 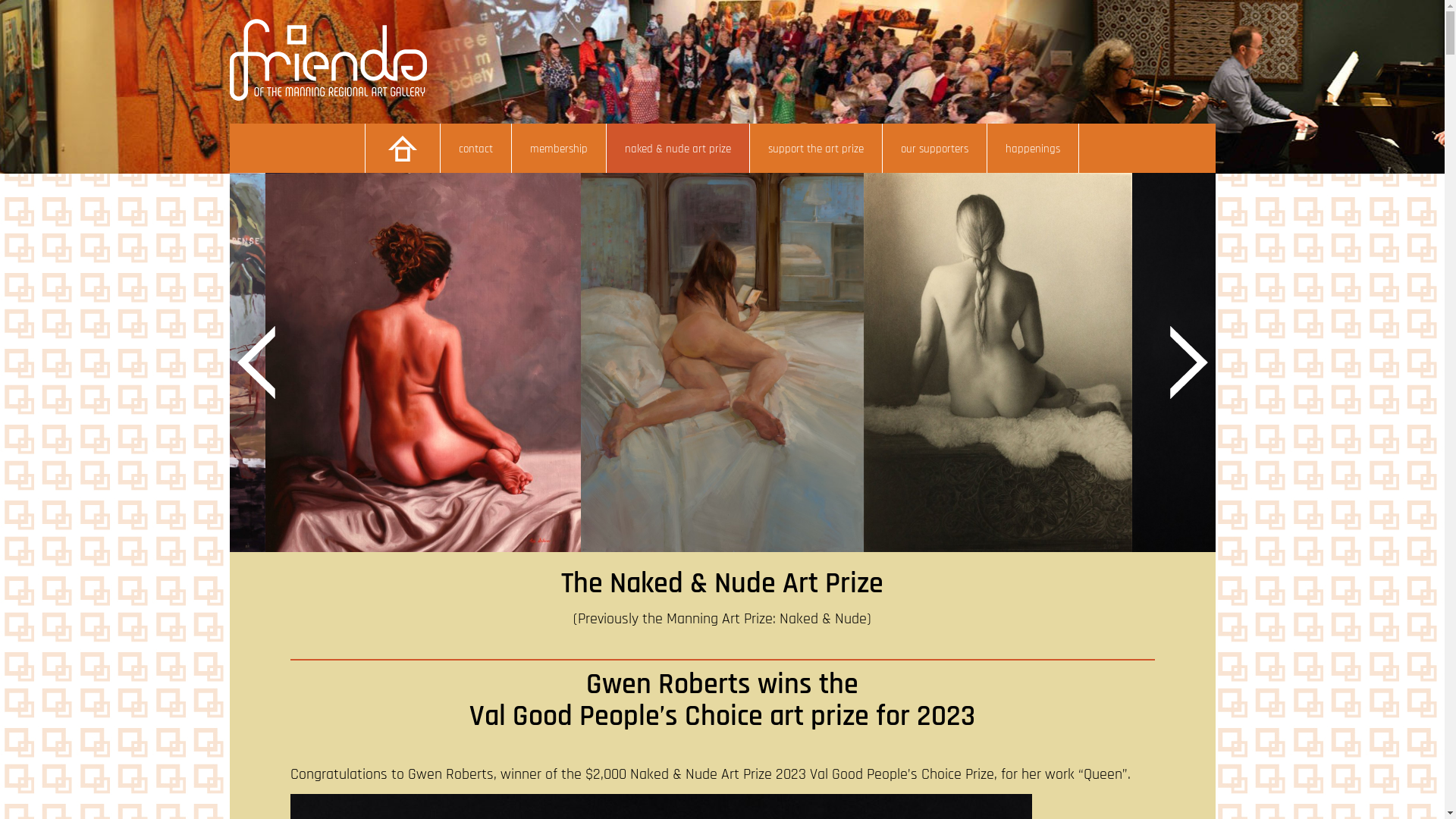 I want to click on 'Next', so click(x=1187, y=369).